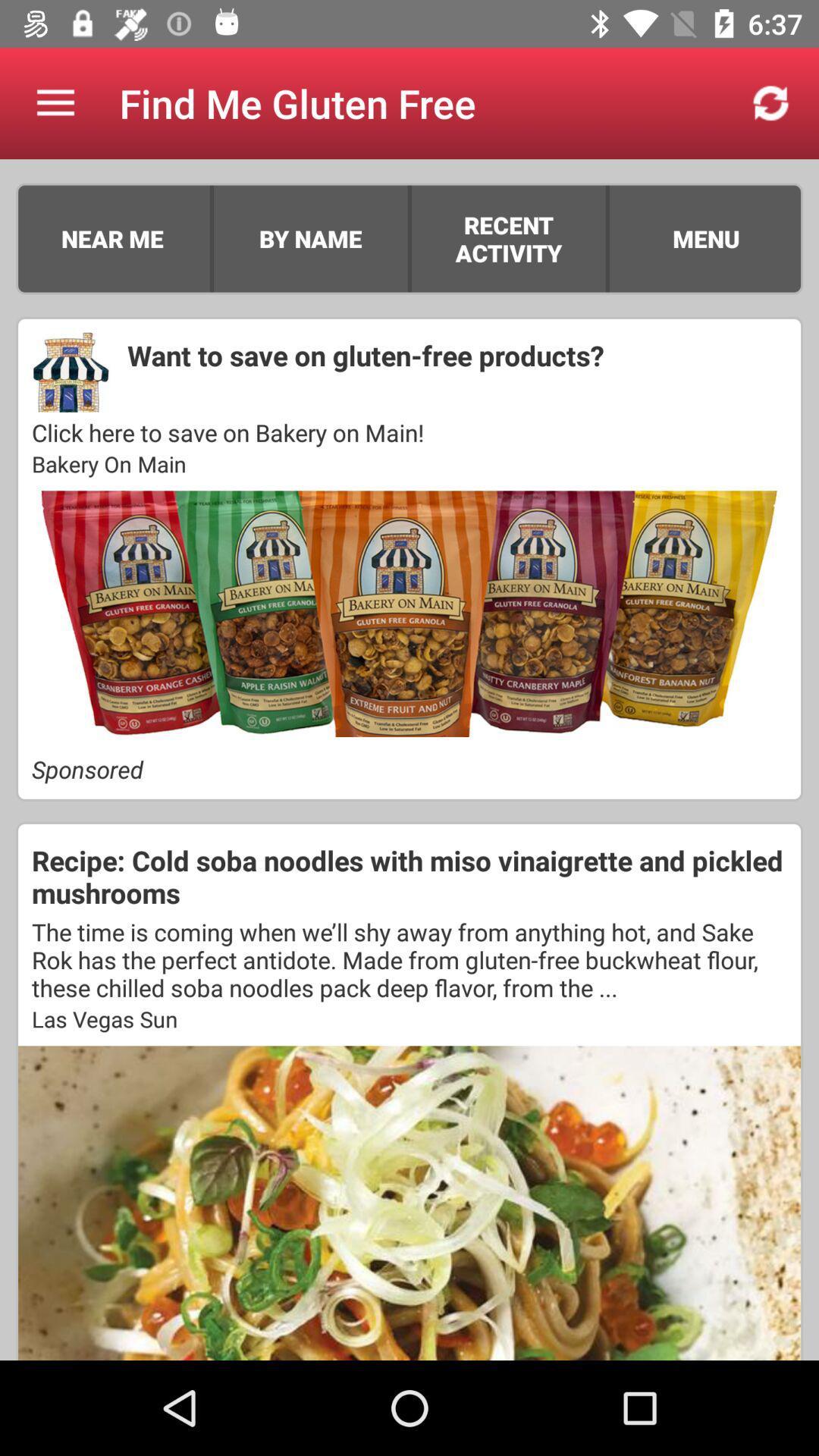 This screenshot has height=1456, width=819. What do you see at coordinates (409, 1018) in the screenshot?
I see `las vegas sun` at bounding box center [409, 1018].